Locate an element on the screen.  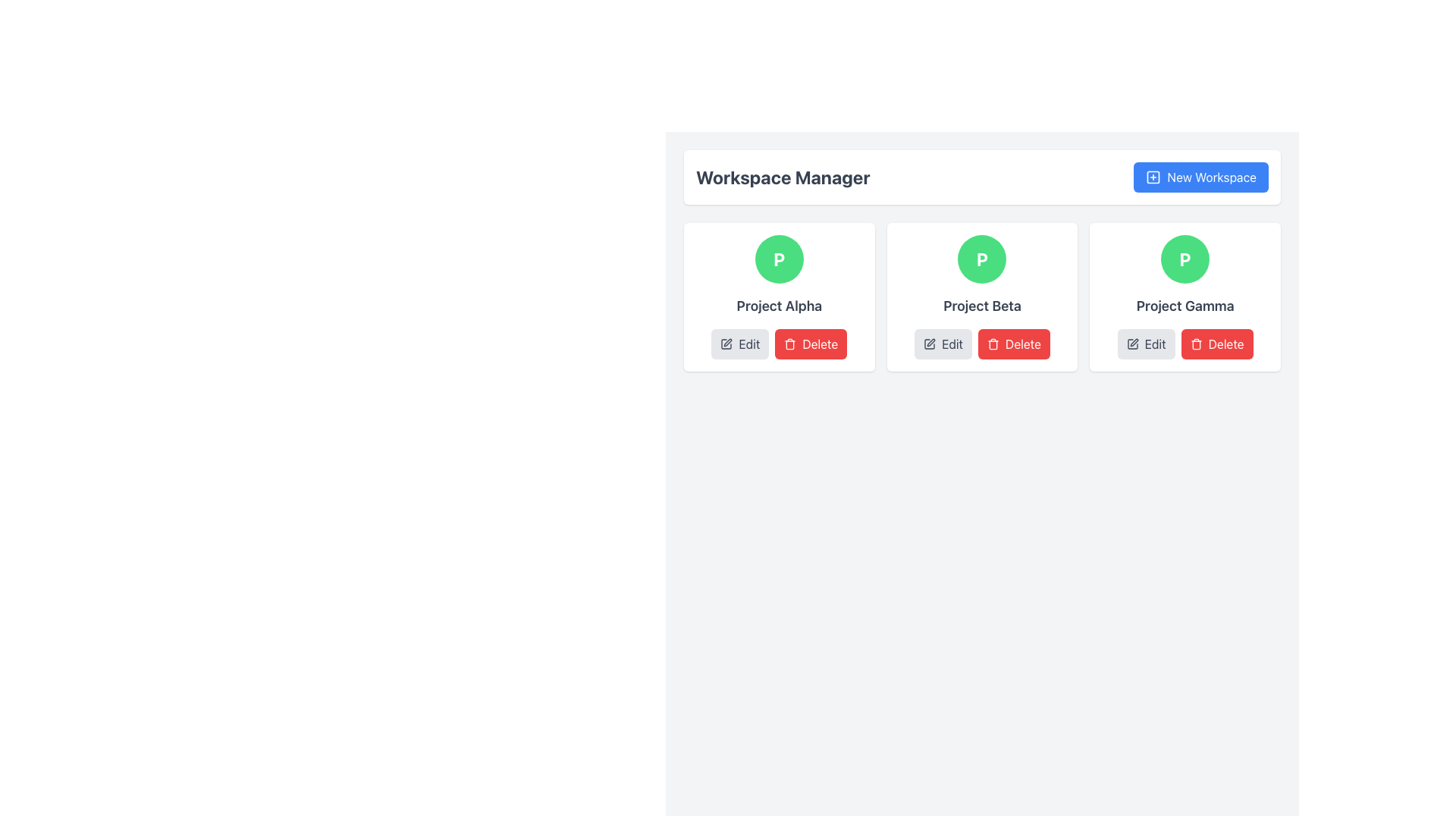
the 'Edit' button located below the 'Project Gamma' card in the third column of the layout is located at coordinates (1146, 344).